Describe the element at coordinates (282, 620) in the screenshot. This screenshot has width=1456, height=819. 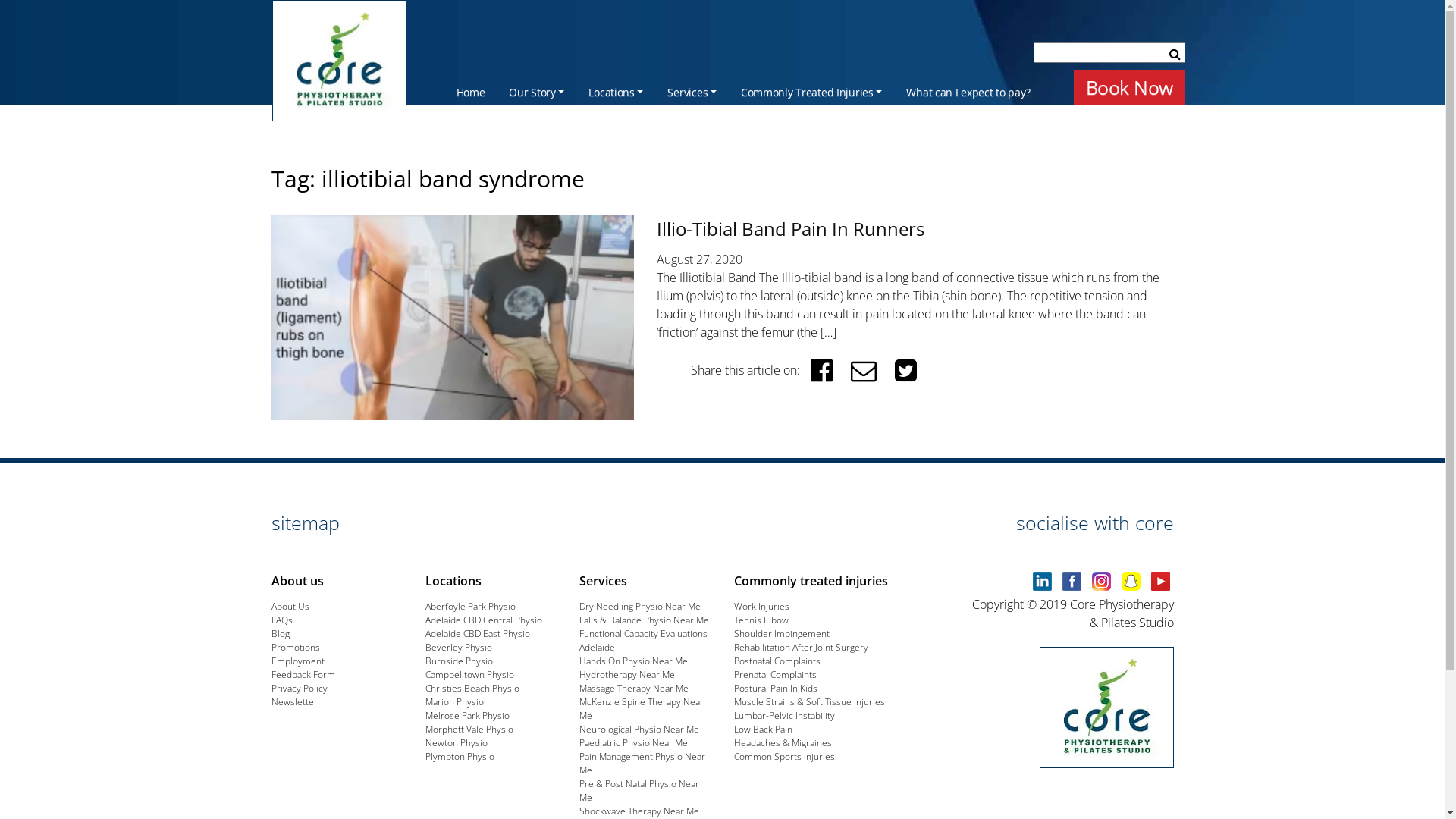
I see `'FAQs'` at that location.